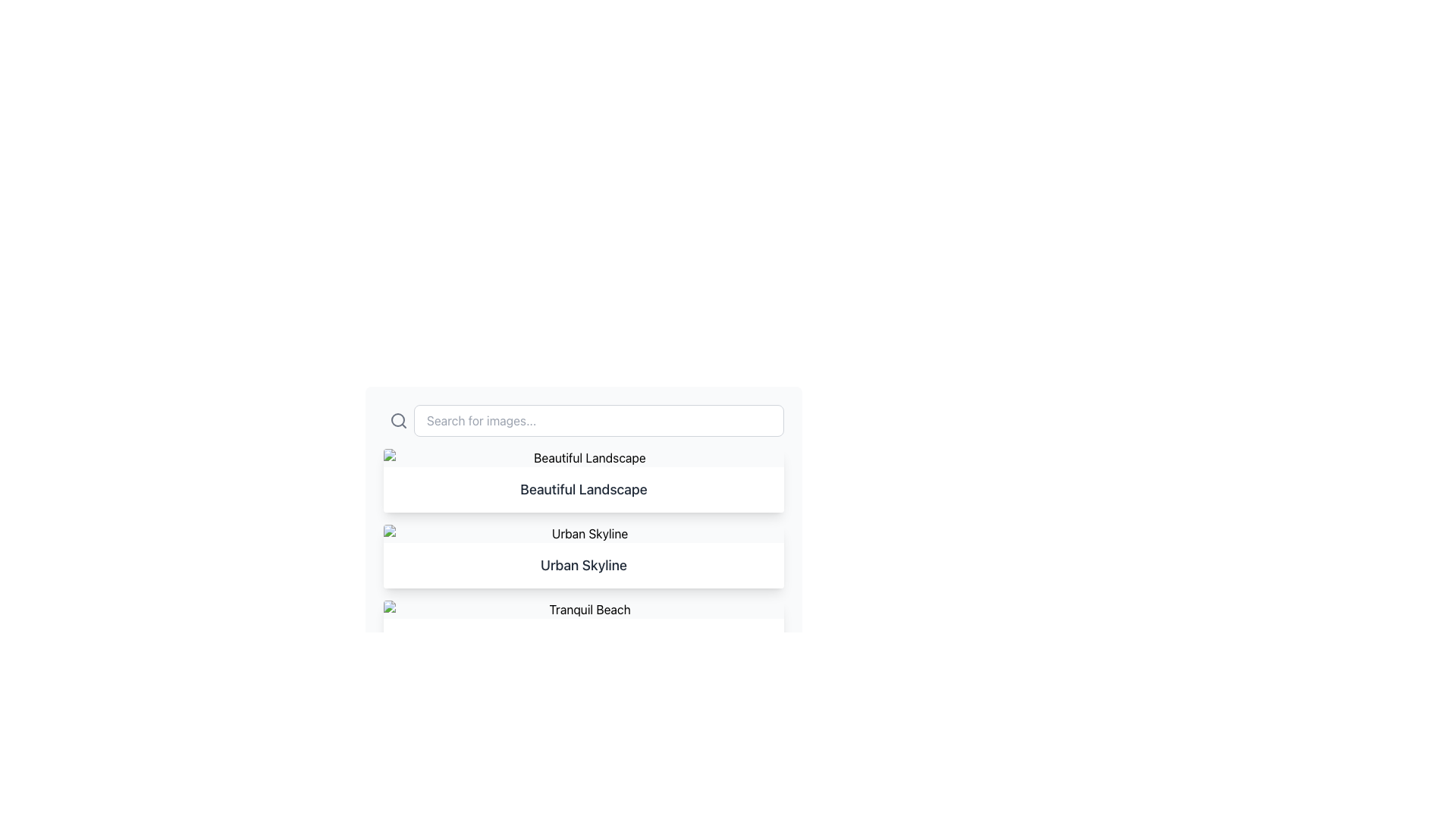 This screenshot has height=819, width=1456. Describe the element at coordinates (399, 421) in the screenshot. I see `the static decorative search icon located to the left of the input field with the placeholder text 'Search for images...'` at that location.